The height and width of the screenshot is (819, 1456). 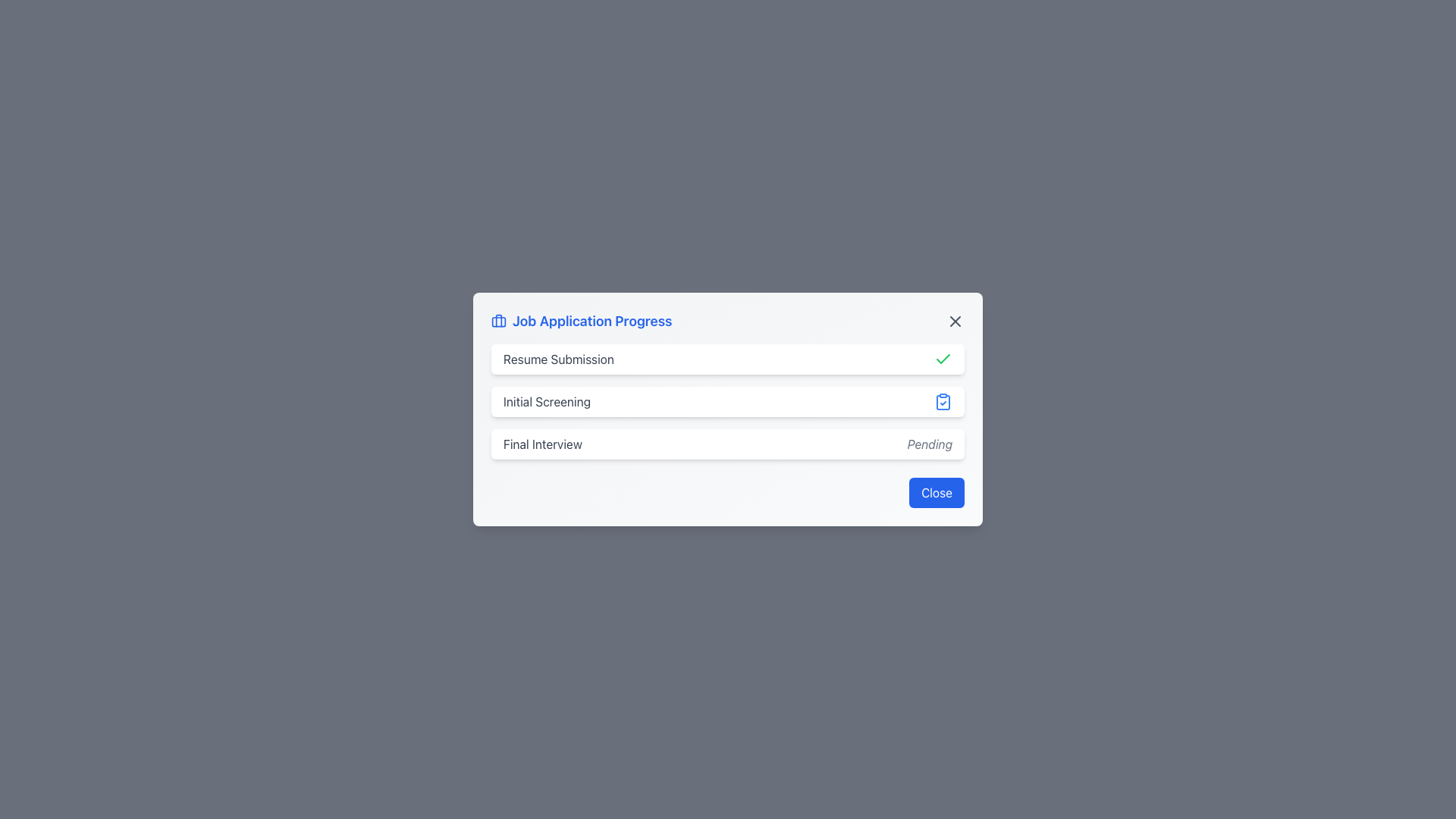 I want to click on the blue clipboard icon with a checkmark, which is positioned to the right of the 'Initial Screening' text, indicating its active state within the interface, so click(x=942, y=400).